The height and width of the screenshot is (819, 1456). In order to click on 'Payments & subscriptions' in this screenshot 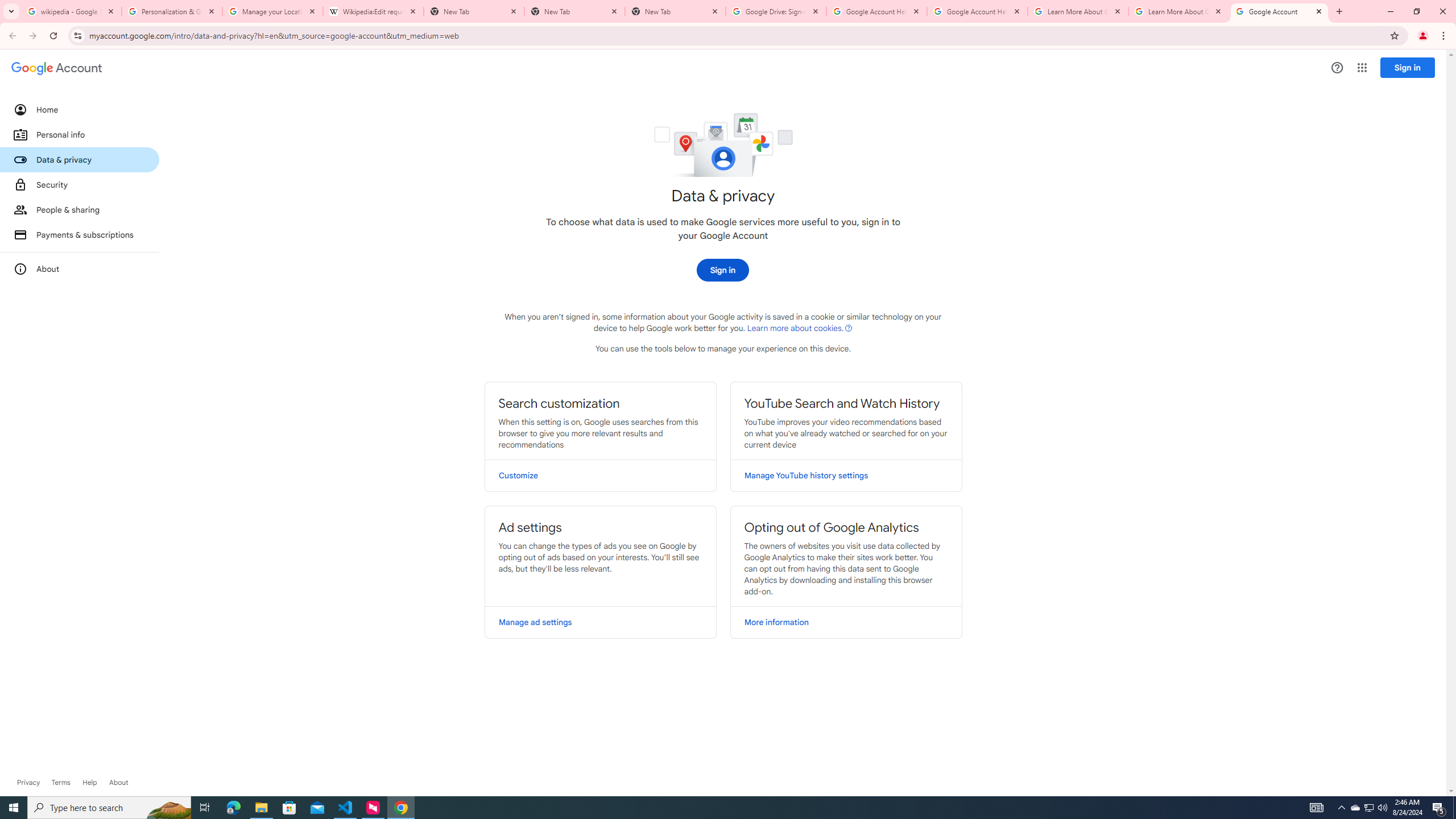, I will do `click(78, 235)`.